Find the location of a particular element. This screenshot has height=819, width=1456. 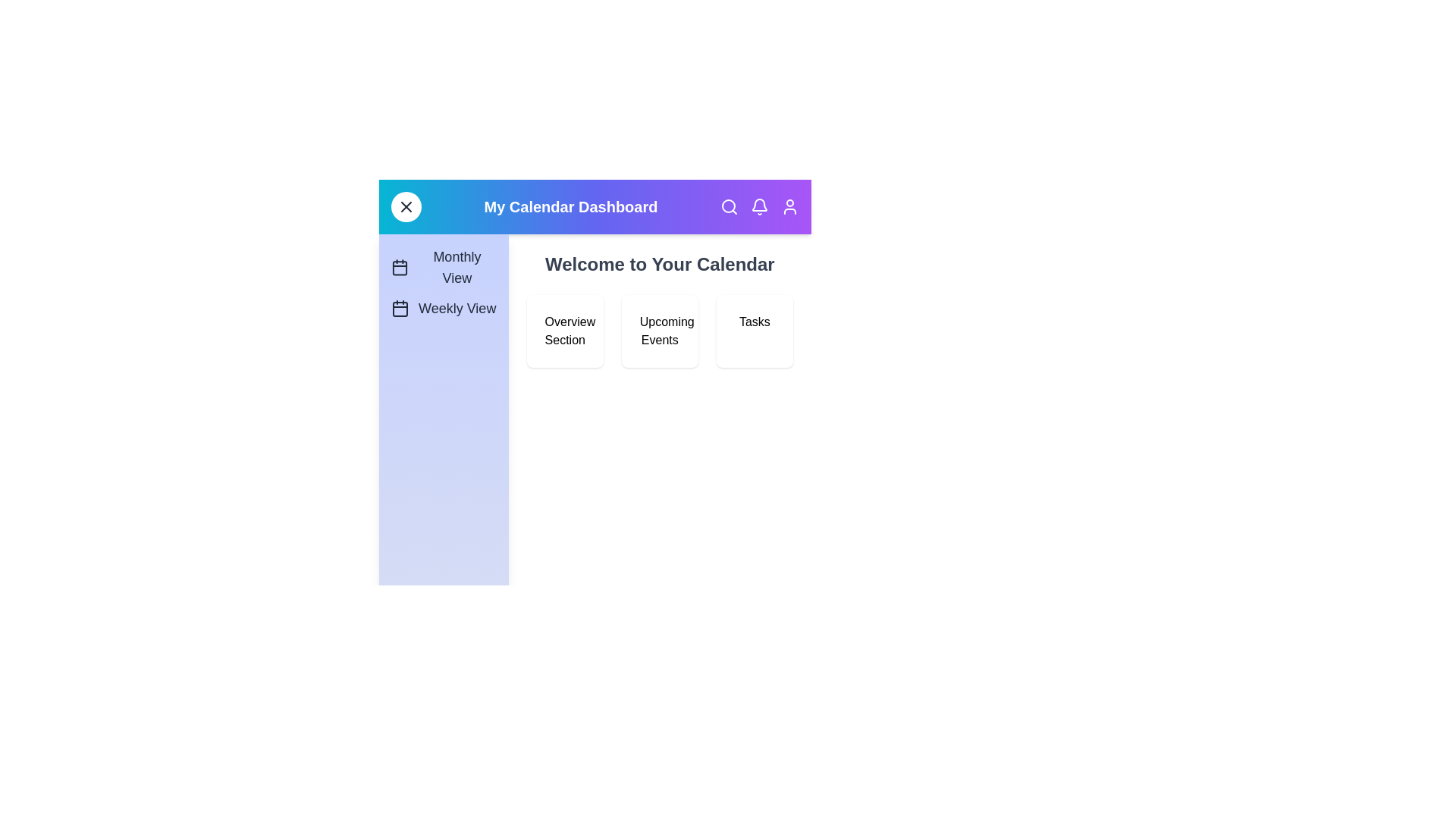

the bell icon in the top-right corner of the interface is located at coordinates (760, 205).